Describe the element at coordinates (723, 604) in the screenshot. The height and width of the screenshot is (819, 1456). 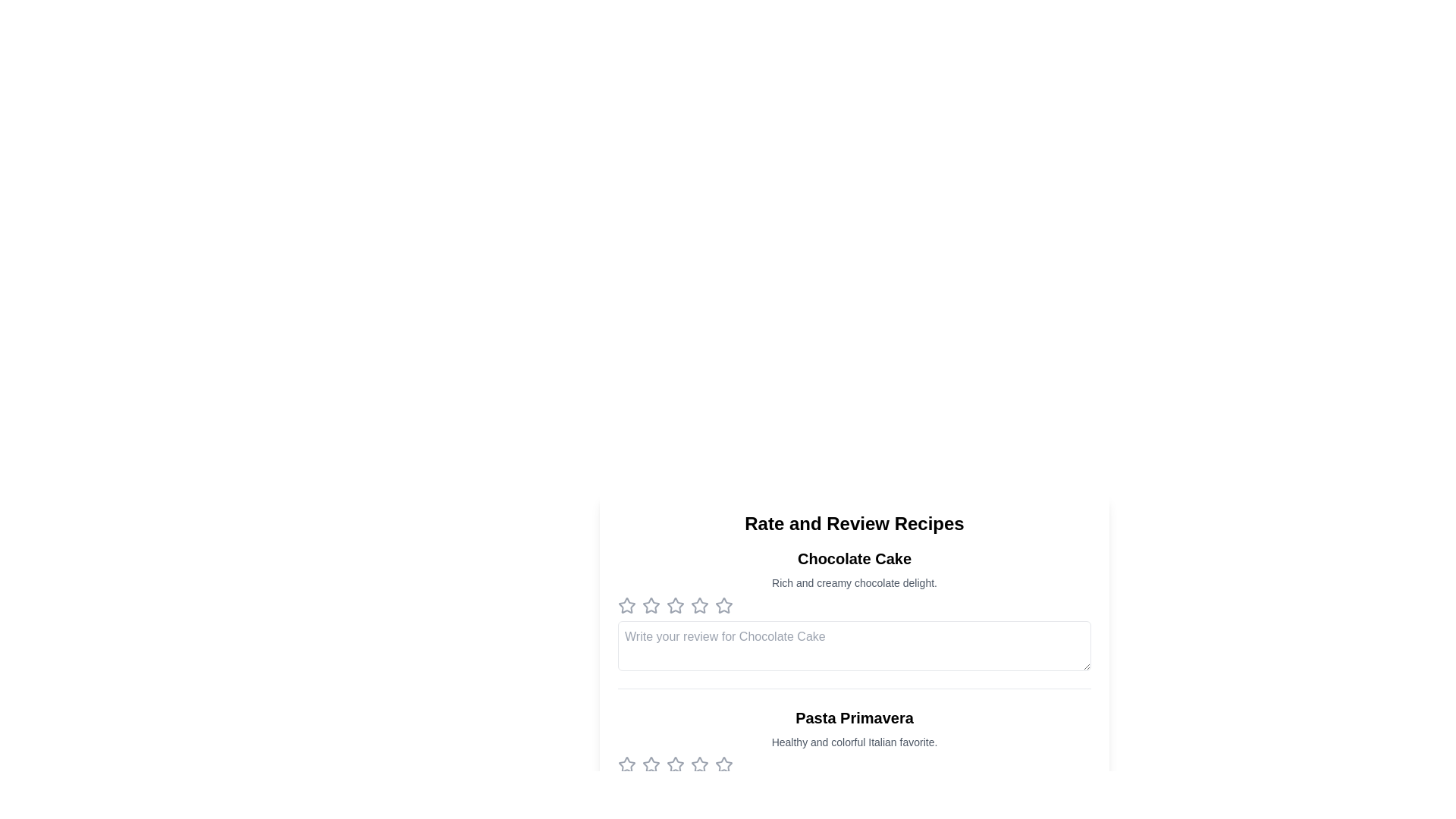
I see `across the fourth star-shaped rating icon` at that location.